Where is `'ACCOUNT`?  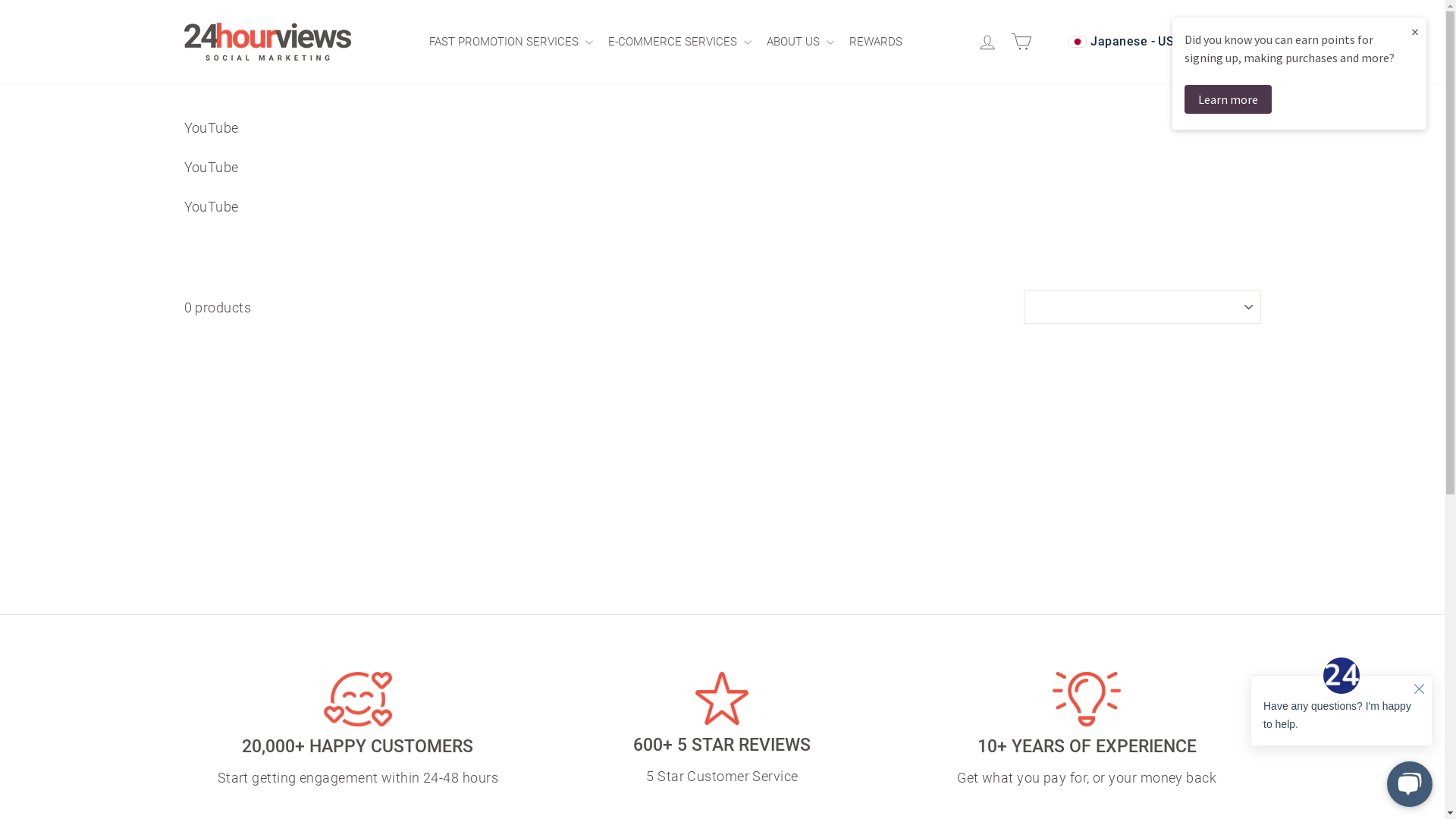 'ACCOUNT is located at coordinates (972, 41).